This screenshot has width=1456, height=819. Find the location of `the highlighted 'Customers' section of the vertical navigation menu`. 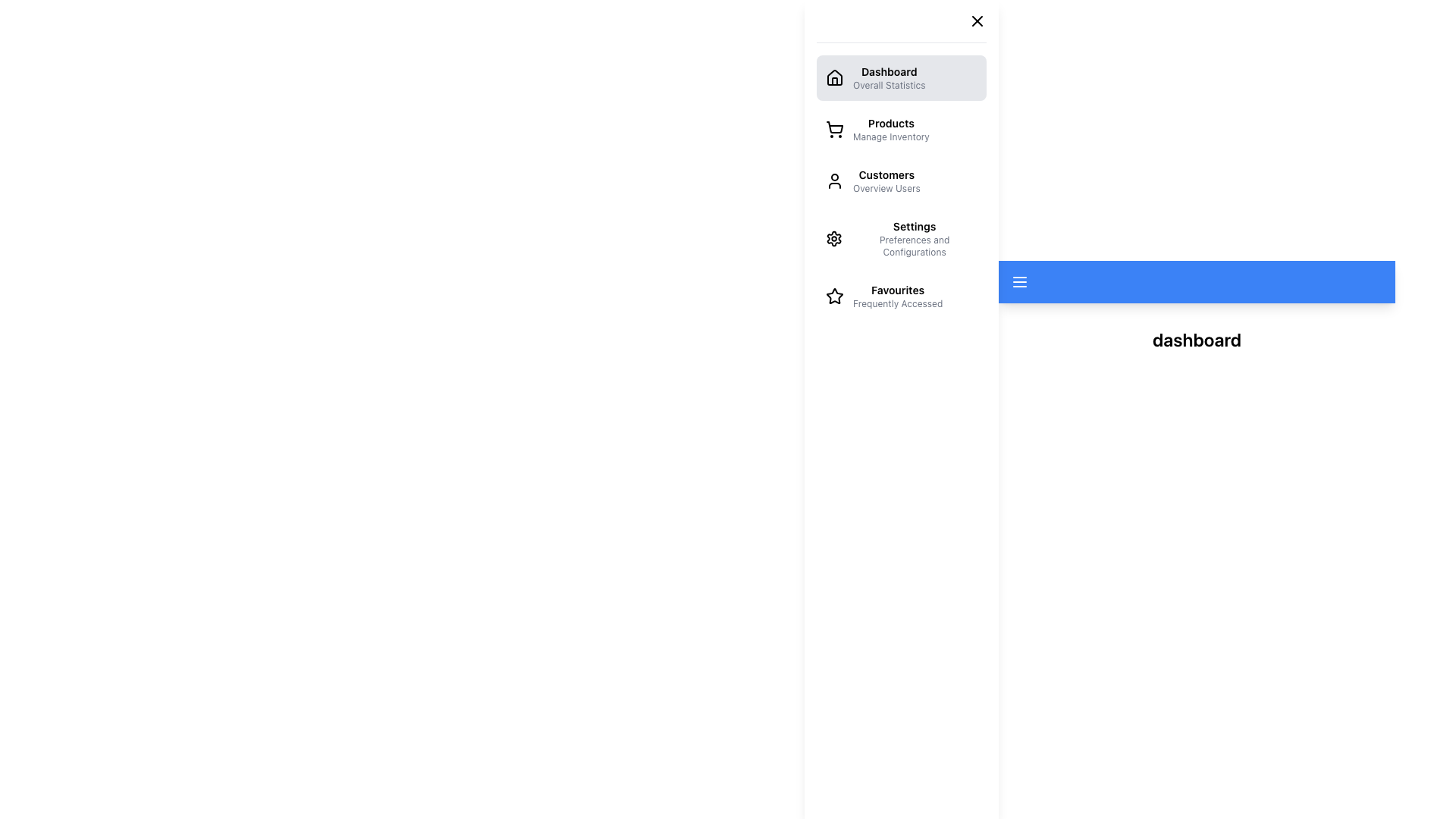

the highlighted 'Customers' section of the vertical navigation menu is located at coordinates (902, 186).